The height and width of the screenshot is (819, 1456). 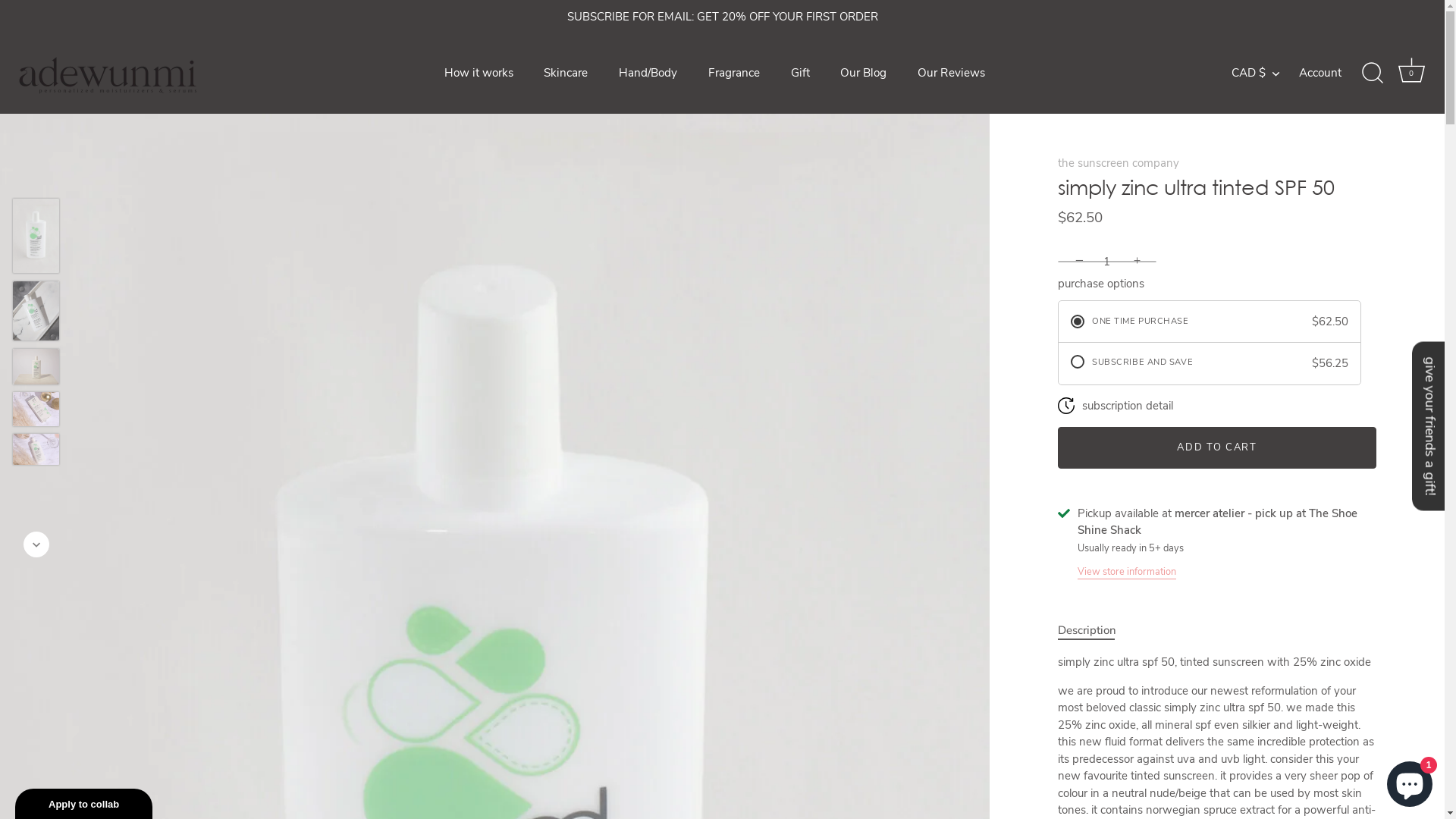 I want to click on 'Our Blog', so click(x=863, y=73).